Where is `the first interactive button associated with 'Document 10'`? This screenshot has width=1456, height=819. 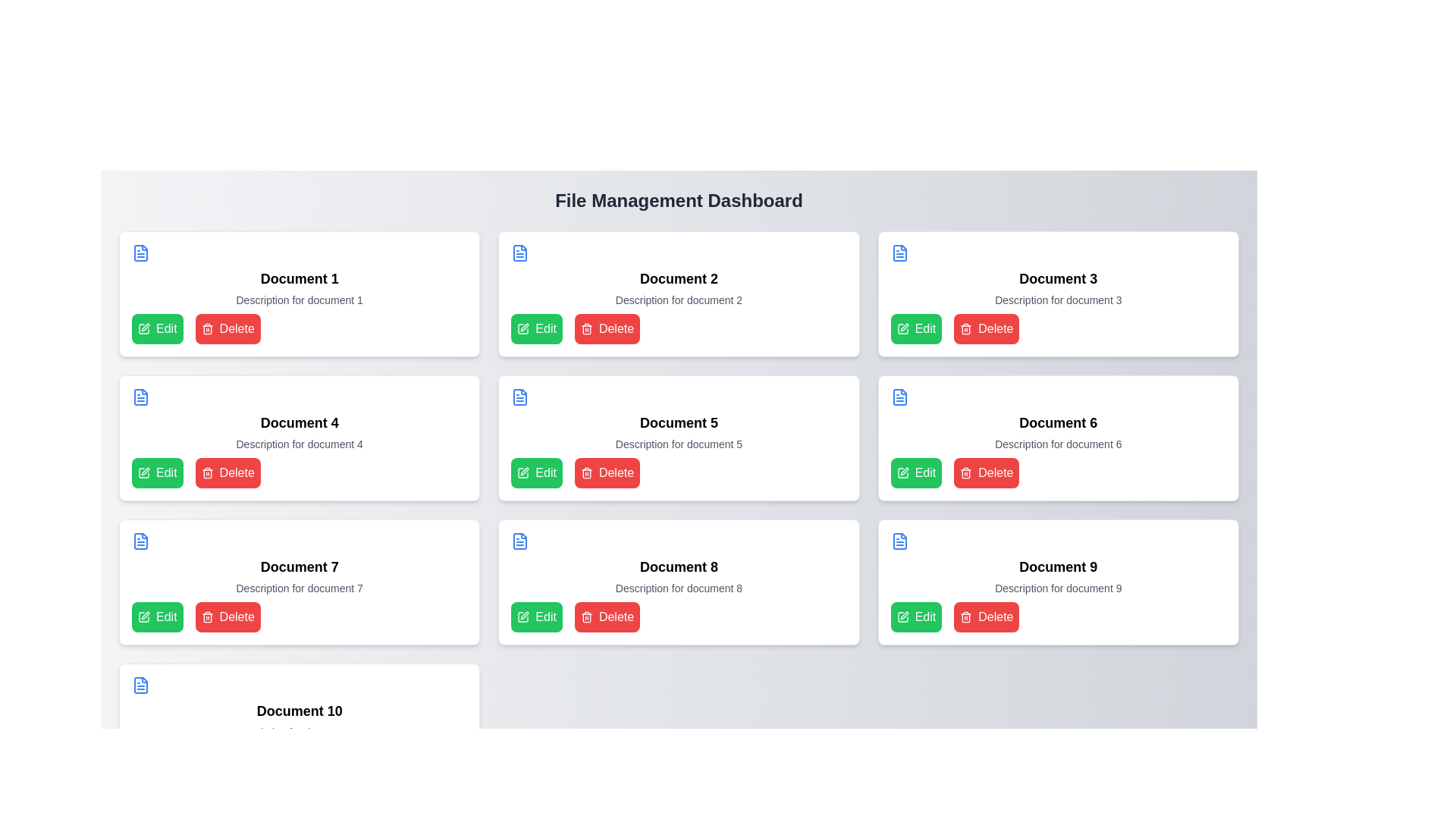 the first interactive button associated with 'Document 10' is located at coordinates (157, 761).